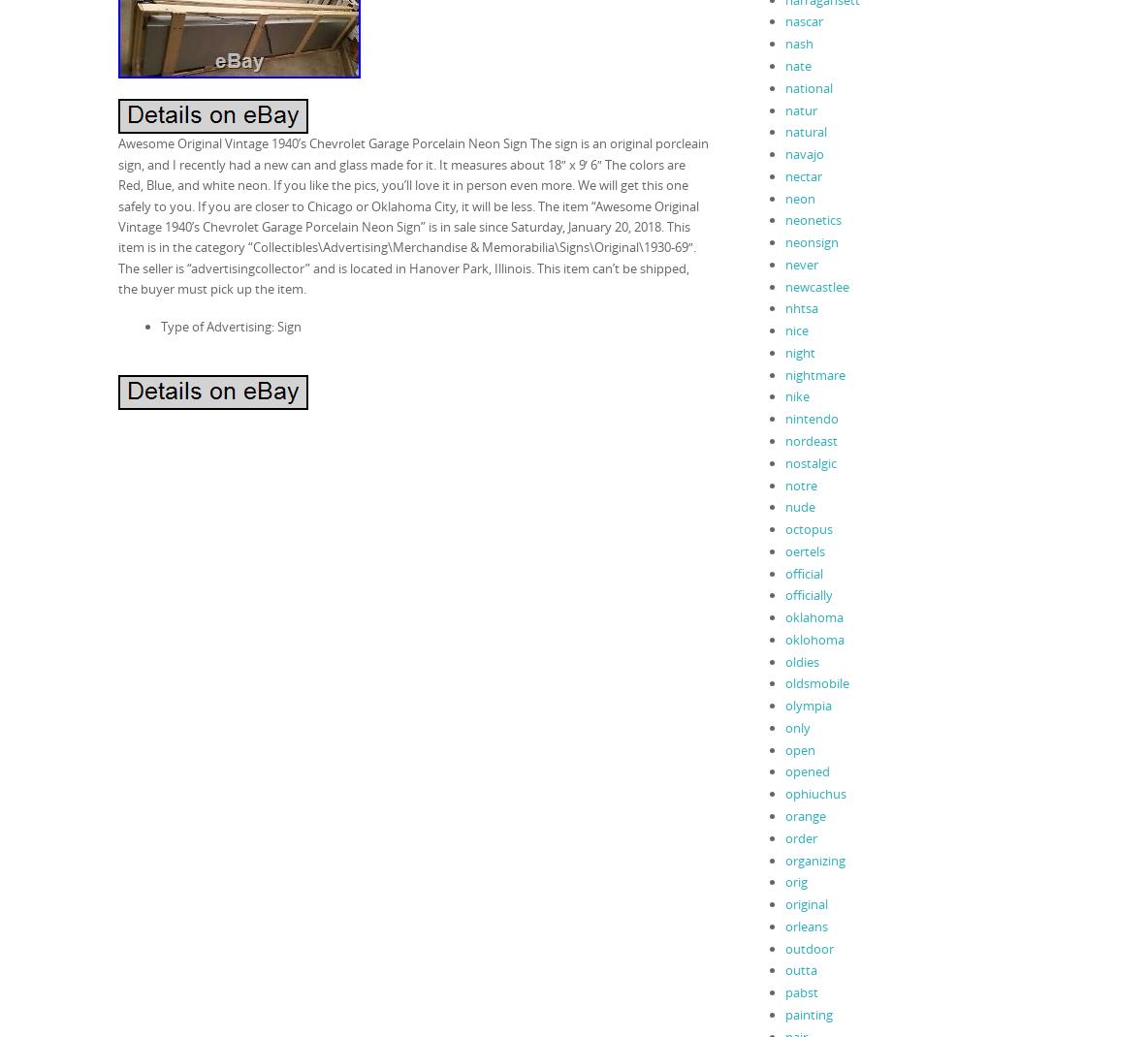 This screenshot has width=1148, height=1037. What do you see at coordinates (814, 372) in the screenshot?
I see `'nightmare'` at bounding box center [814, 372].